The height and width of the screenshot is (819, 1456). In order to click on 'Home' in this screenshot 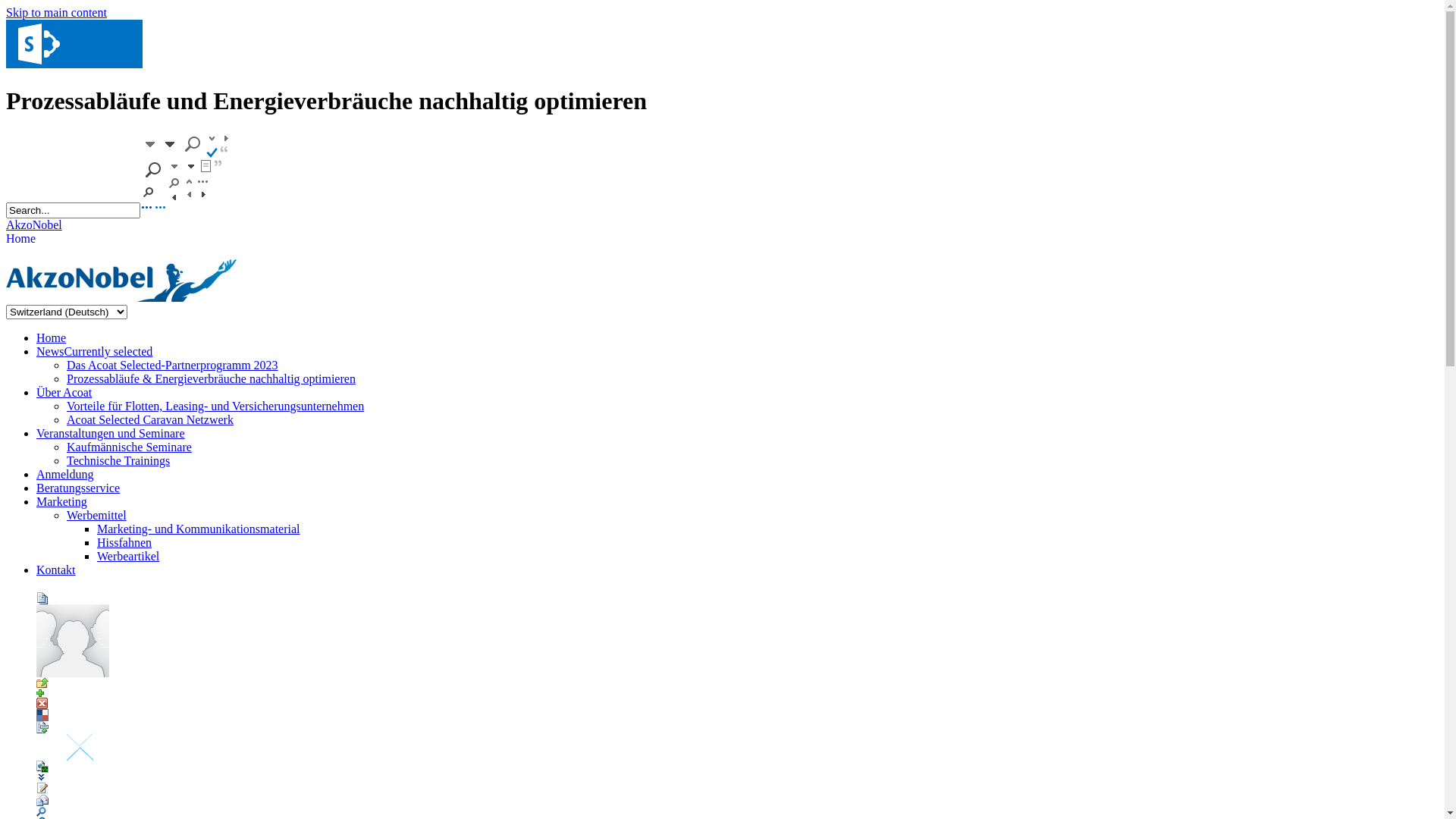, I will do `click(51, 337)`.